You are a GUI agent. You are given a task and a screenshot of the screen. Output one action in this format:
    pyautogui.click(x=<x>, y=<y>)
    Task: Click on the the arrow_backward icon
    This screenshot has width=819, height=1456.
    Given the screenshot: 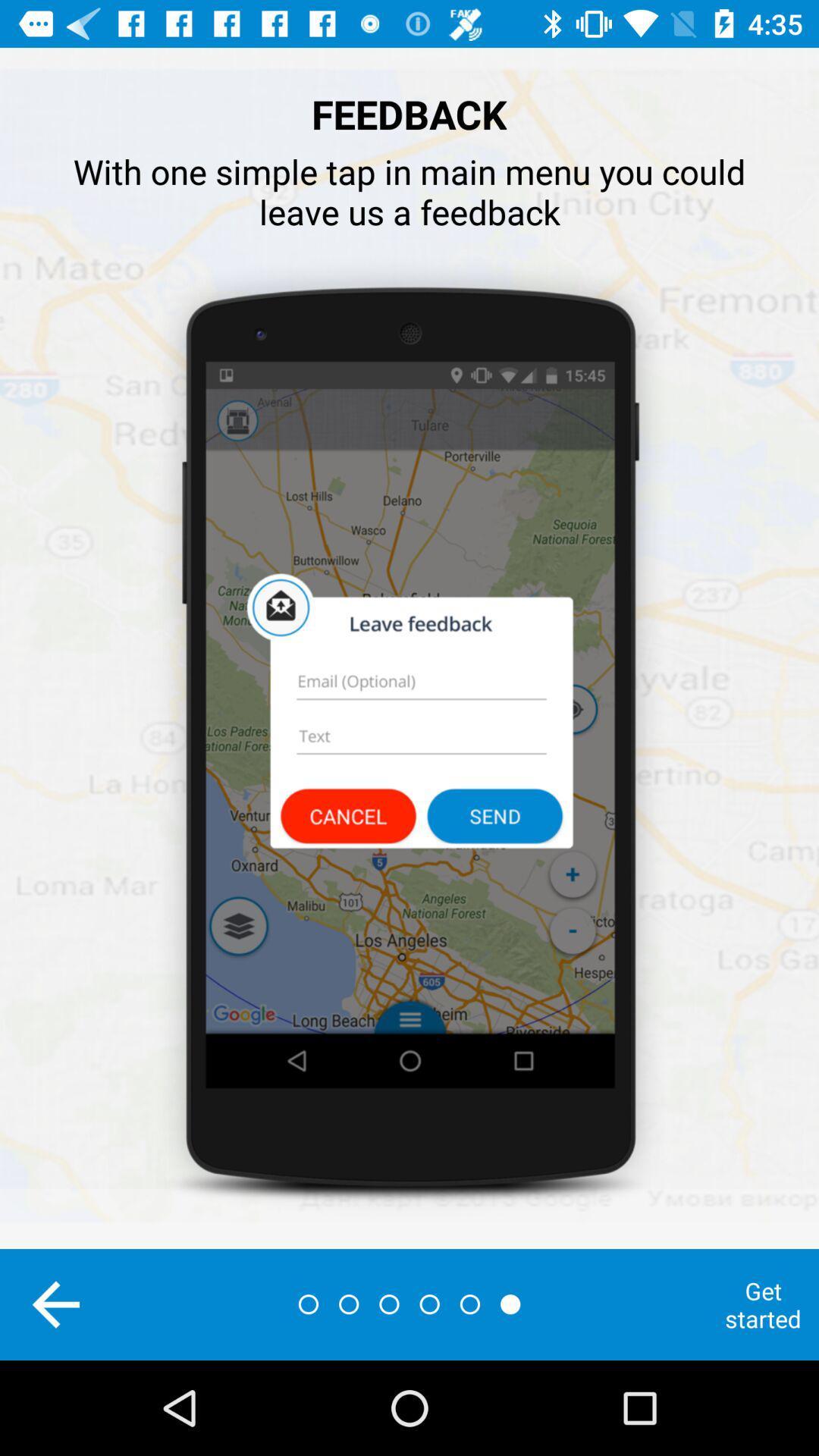 What is the action you would take?
    pyautogui.click(x=55, y=1304)
    